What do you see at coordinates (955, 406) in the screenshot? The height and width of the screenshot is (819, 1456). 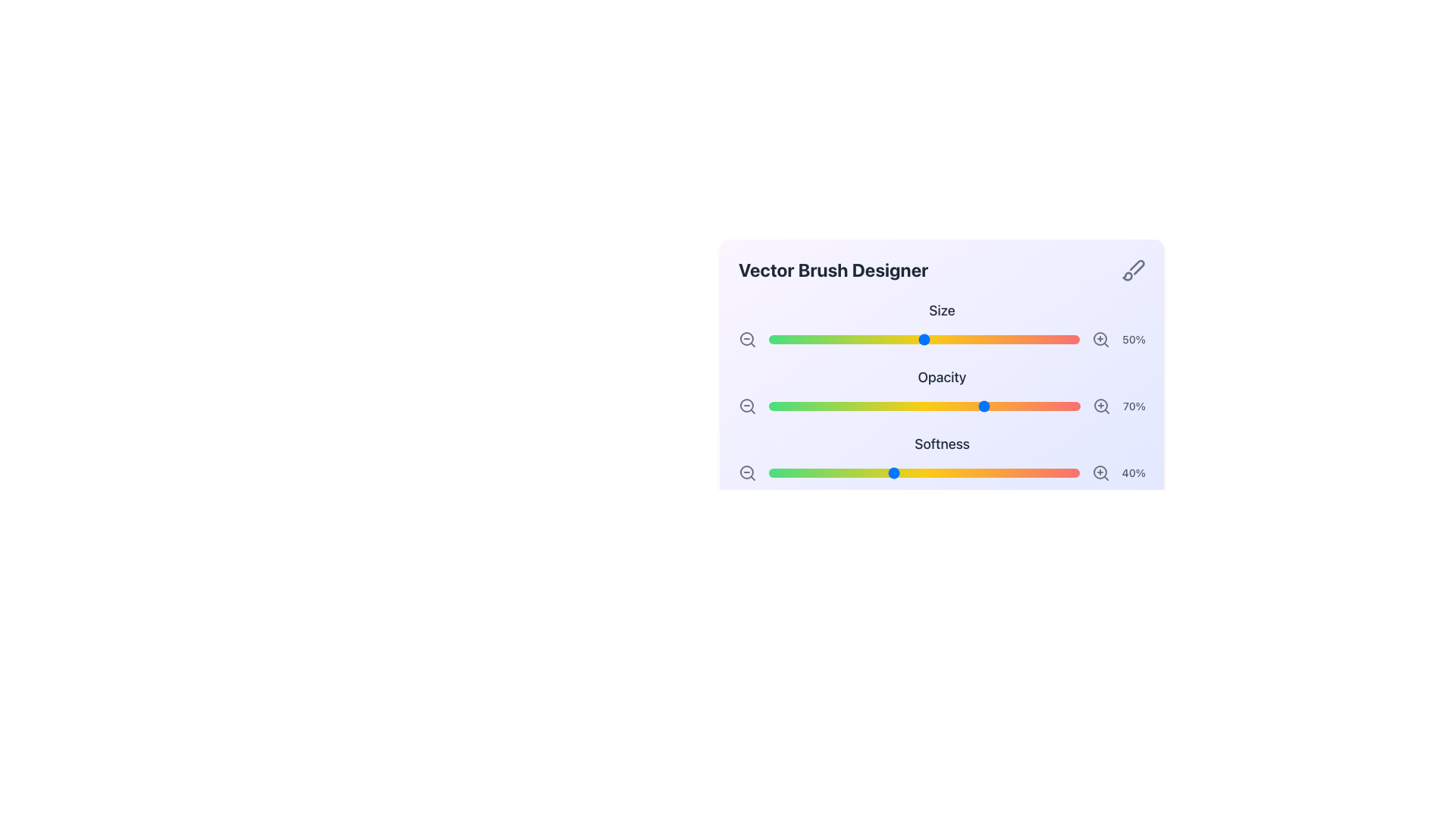 I see `opacity` at bounding box center [955, 406].